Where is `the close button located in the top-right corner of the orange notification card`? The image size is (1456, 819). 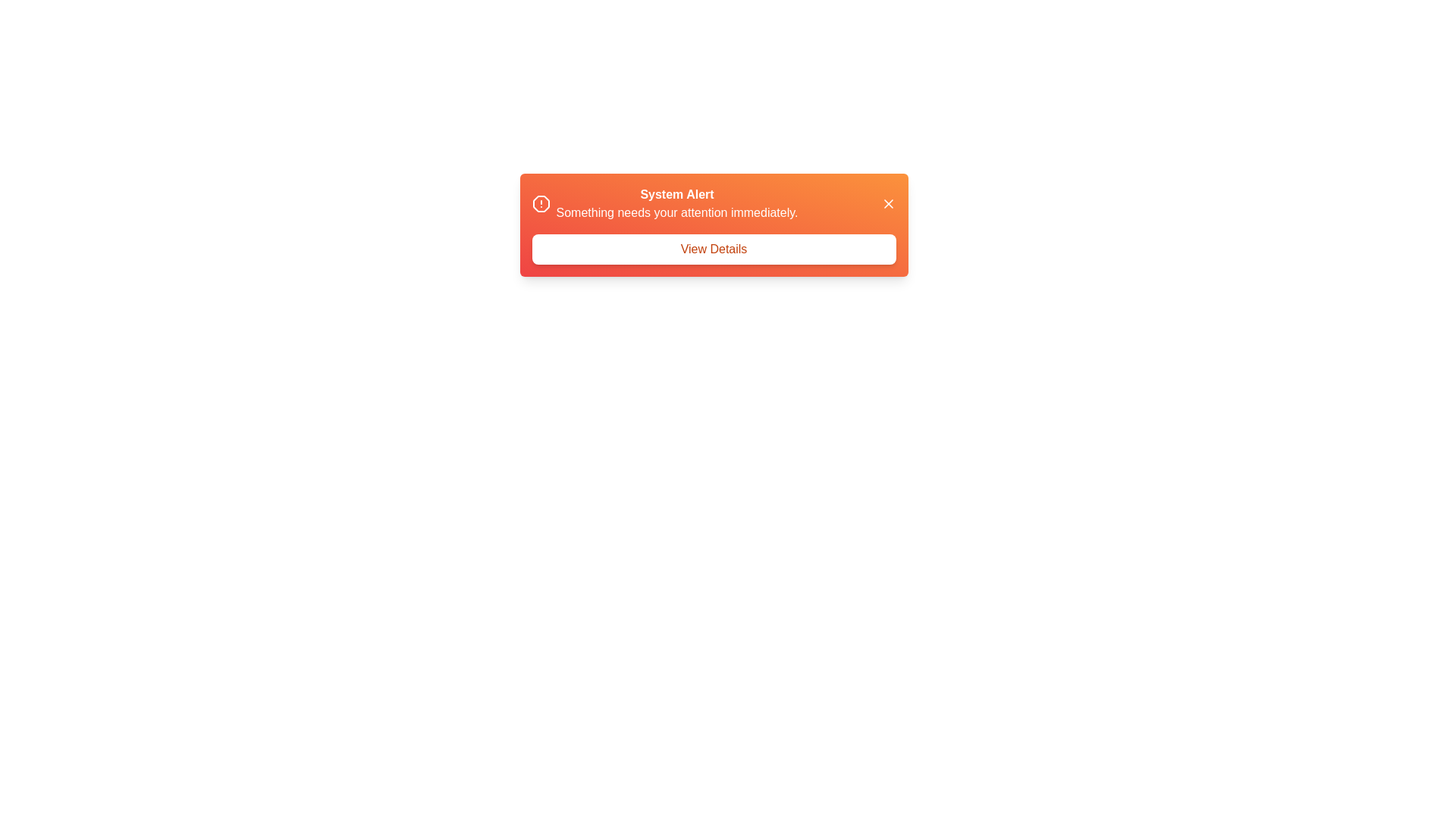 the close button located in the top-right corner of the orange notification card is located at coordinates (888, 203).